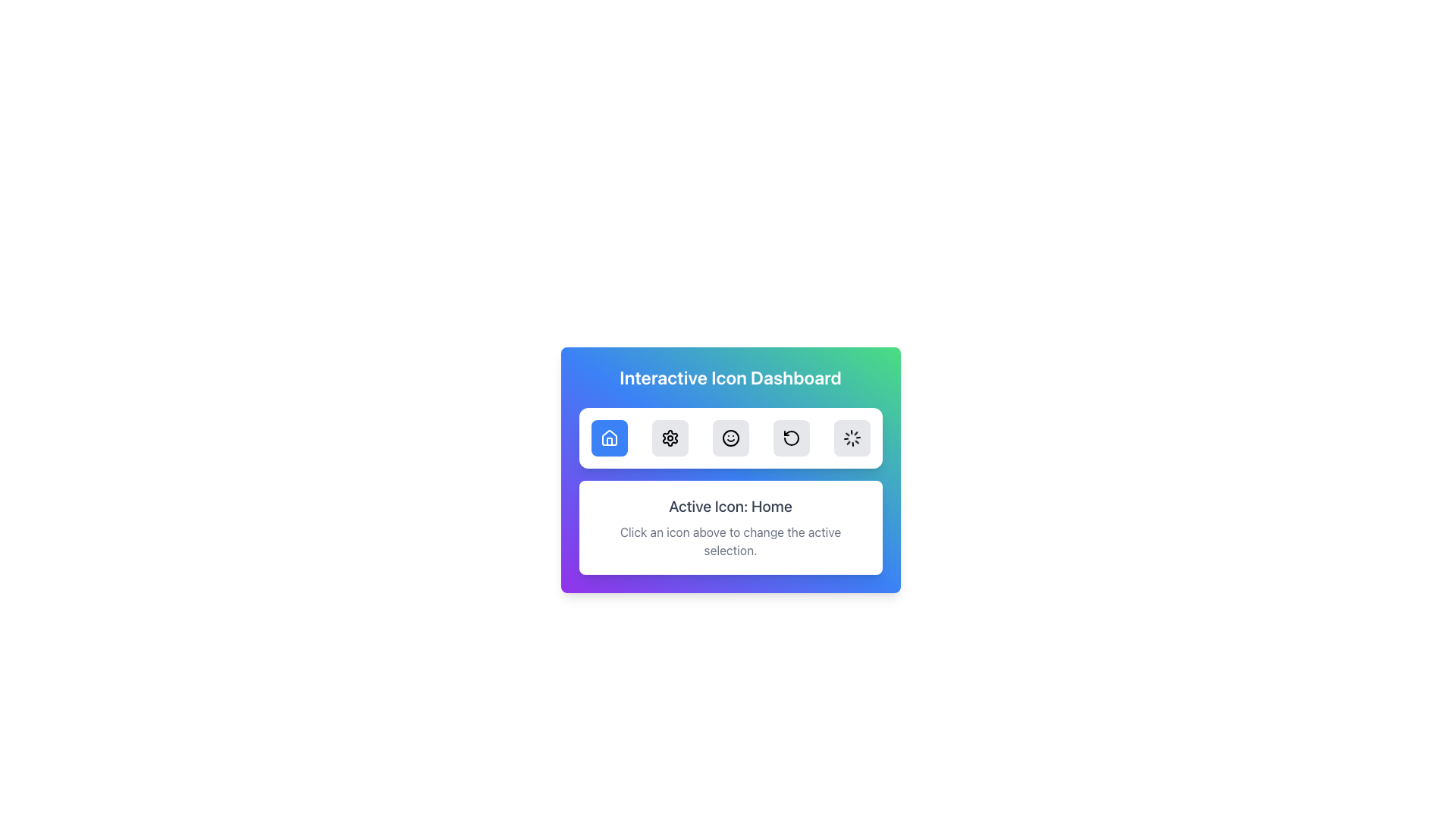 The height and width of the screenshot is (819, 1456). What do you see at coordinates (790, 438) in the screenshot?
I see `the reset button, which is the fourth button in a row of five within the 'Interactive Icon Dashboard'` at bounding box center [790, 438].